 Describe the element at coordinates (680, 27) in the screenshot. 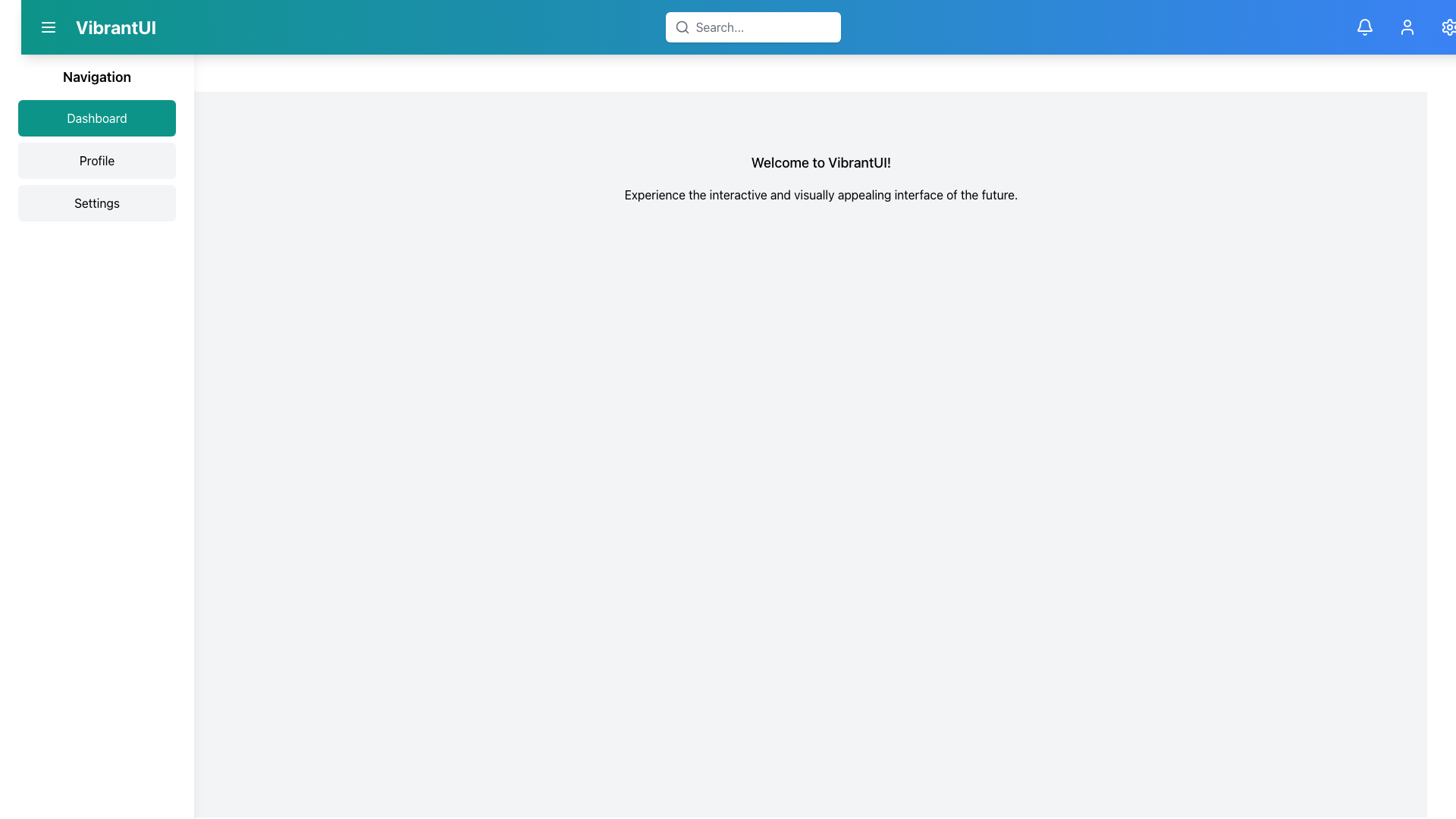

I see `the circular shape of the magnifying glass icon adjacent to the search field to activate the search functionality` at that location.